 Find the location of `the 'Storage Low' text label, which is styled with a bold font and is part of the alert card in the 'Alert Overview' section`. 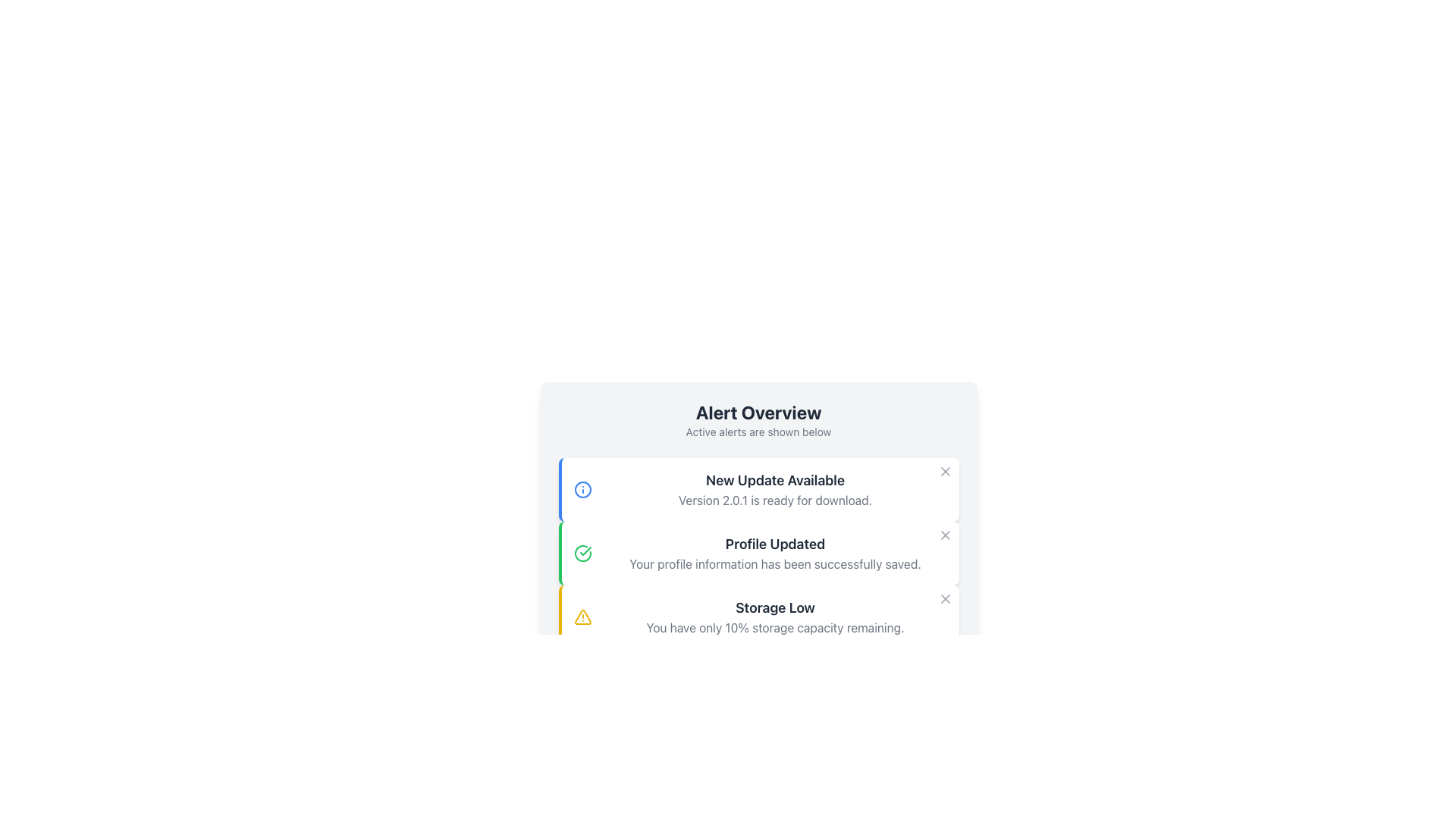

the 'Storage Low' text label, which is styled with a bold font and is part of the alert card in the 'Alert Overview' section is located at coordinates (775, 607).